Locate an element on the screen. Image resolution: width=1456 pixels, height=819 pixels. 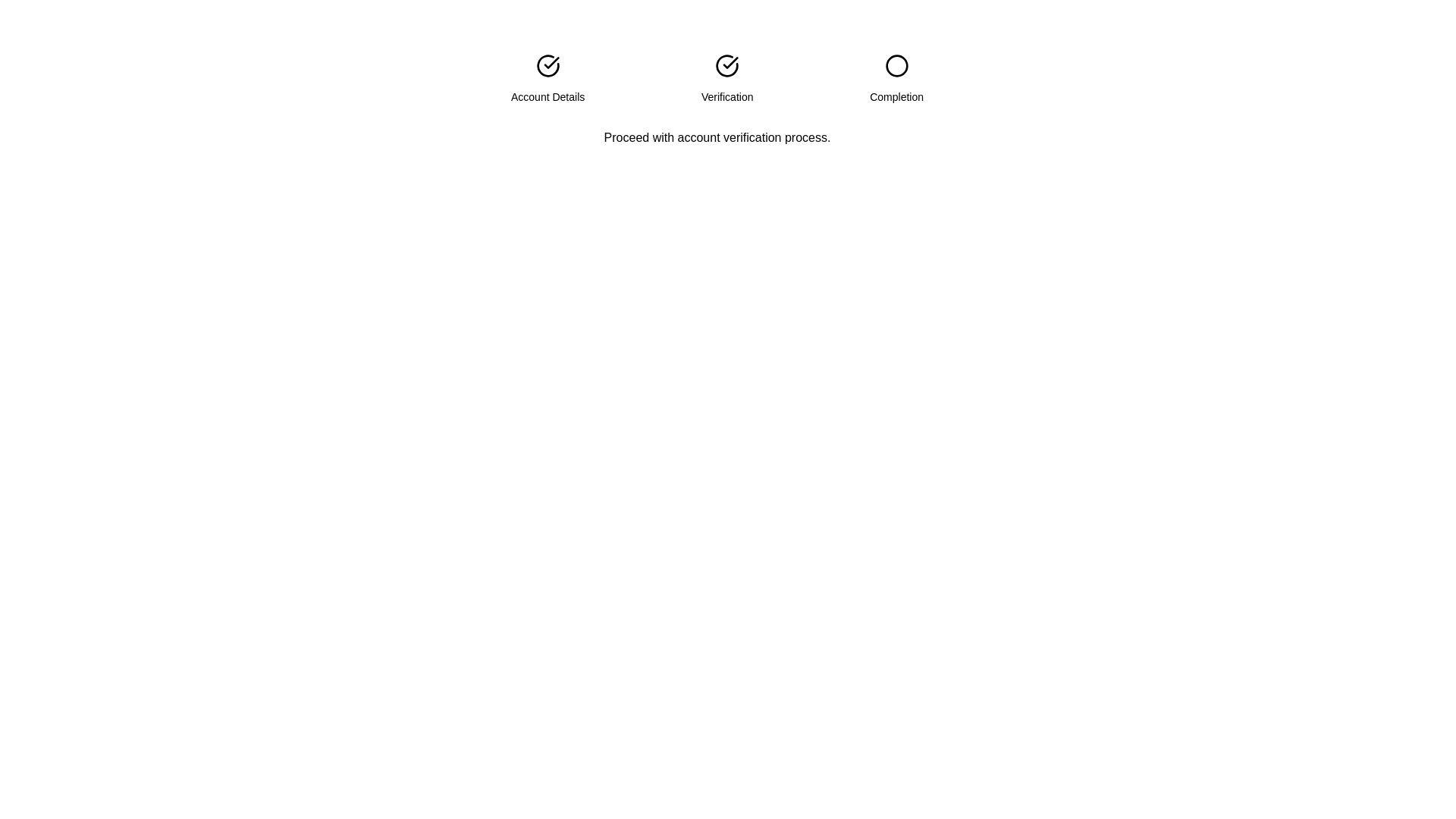
descriptive label located directly beneath the checkmark in the step-wise process area, aligned with the first step icon is located at coordinates (547, 96).